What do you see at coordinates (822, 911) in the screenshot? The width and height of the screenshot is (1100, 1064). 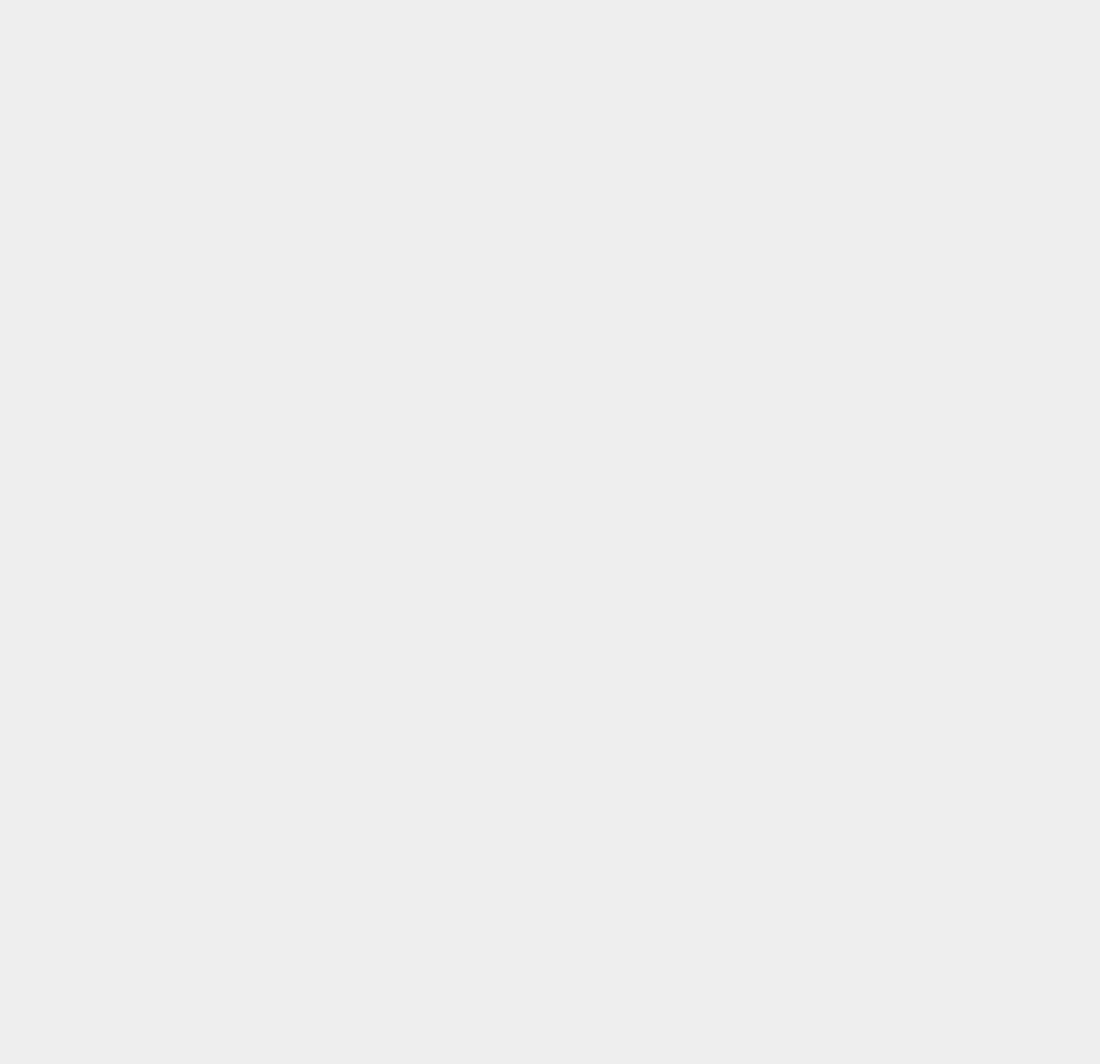 I see `'Google Panda'` at bounding box center [822, 911].